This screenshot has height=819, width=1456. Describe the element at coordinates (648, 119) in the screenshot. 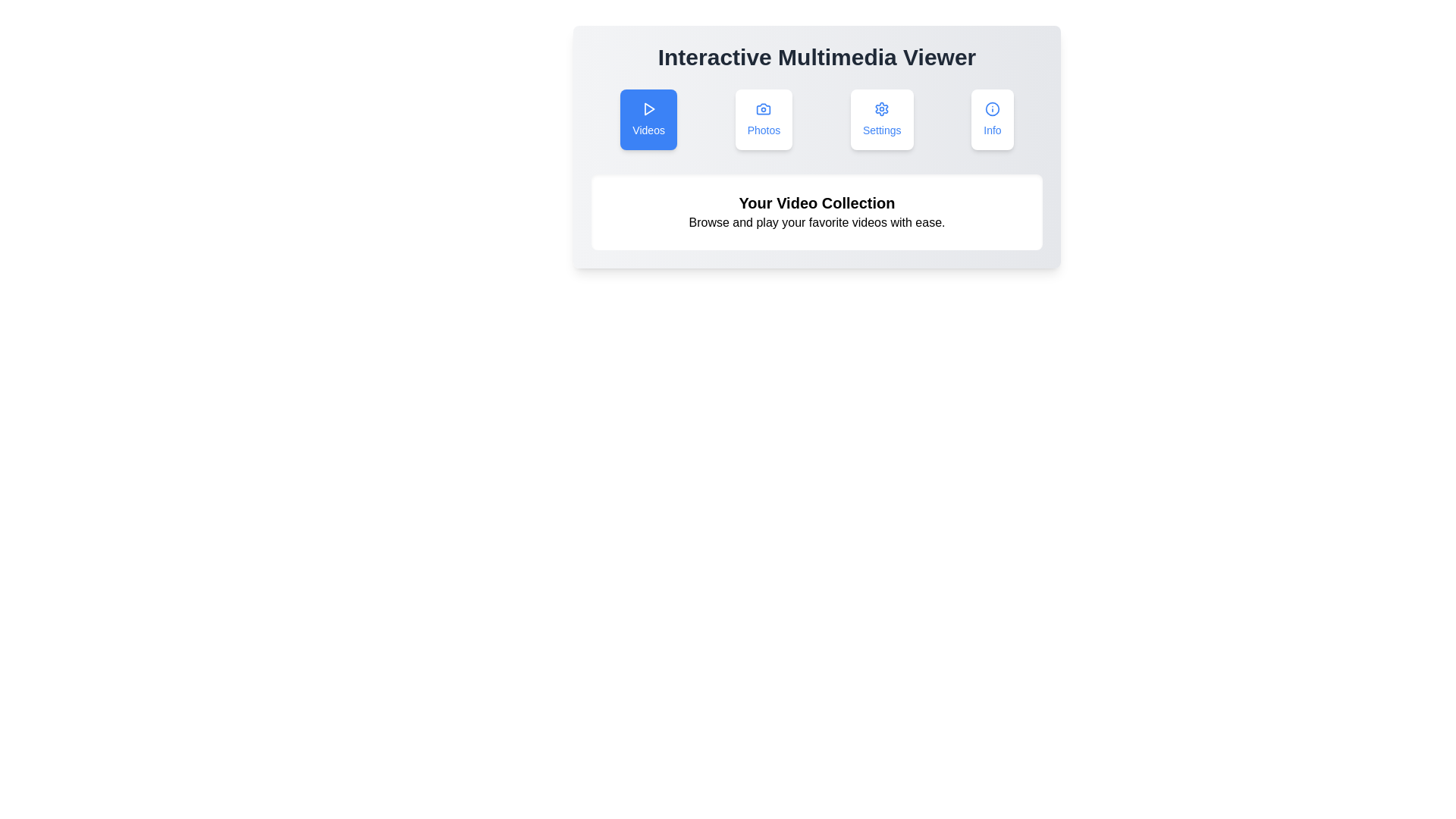

I see `the first button in the row, which has a vivid blue background, white text, and a play icon above the word 'Videos'` at that location.